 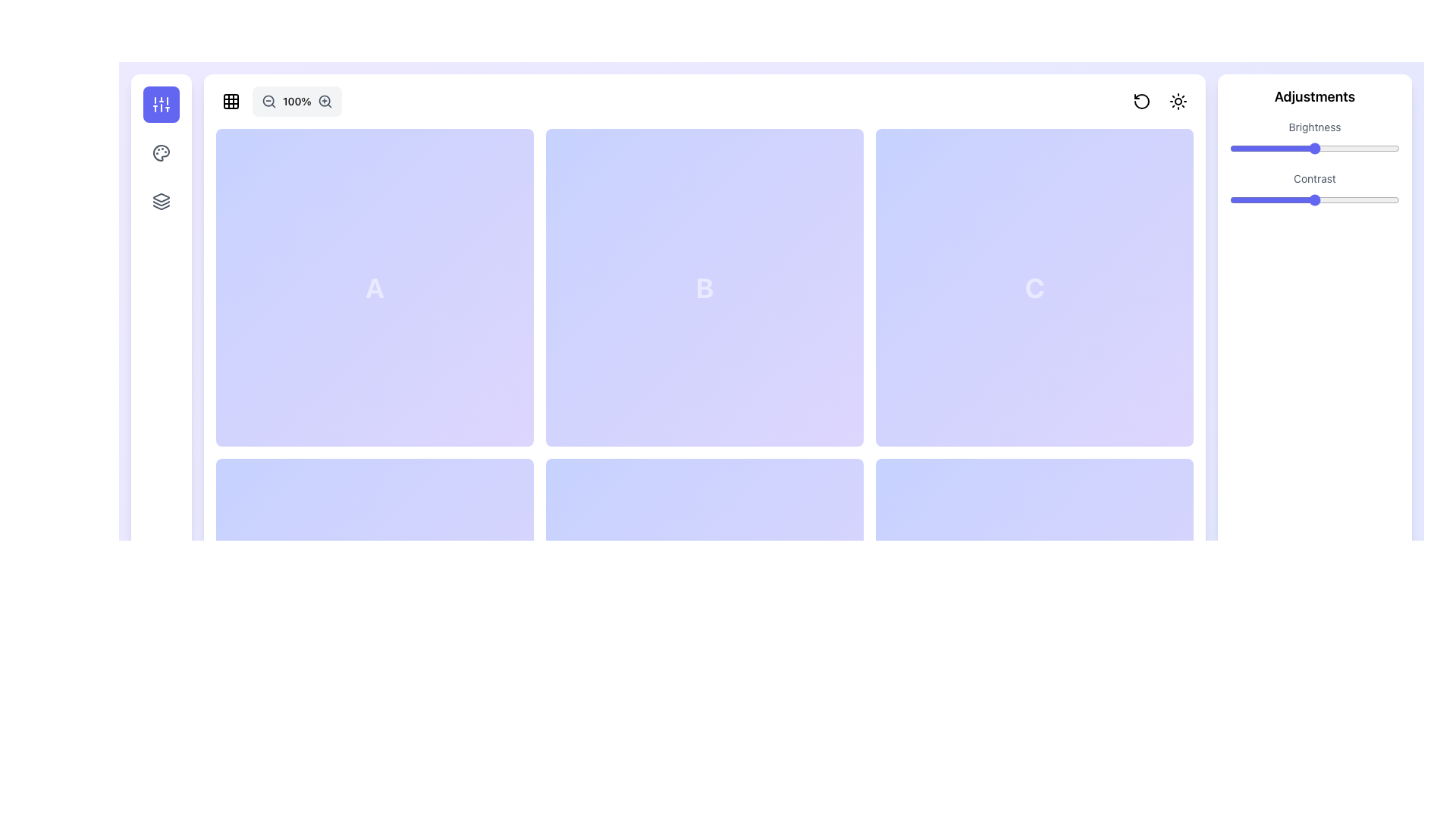 What do you see at coordinates (161, 431) in the screenshot?
I see `individual buttons within the vertical toolbar or navigation panel located at the leftmost side of the interface` at bounding box center [161, 431].